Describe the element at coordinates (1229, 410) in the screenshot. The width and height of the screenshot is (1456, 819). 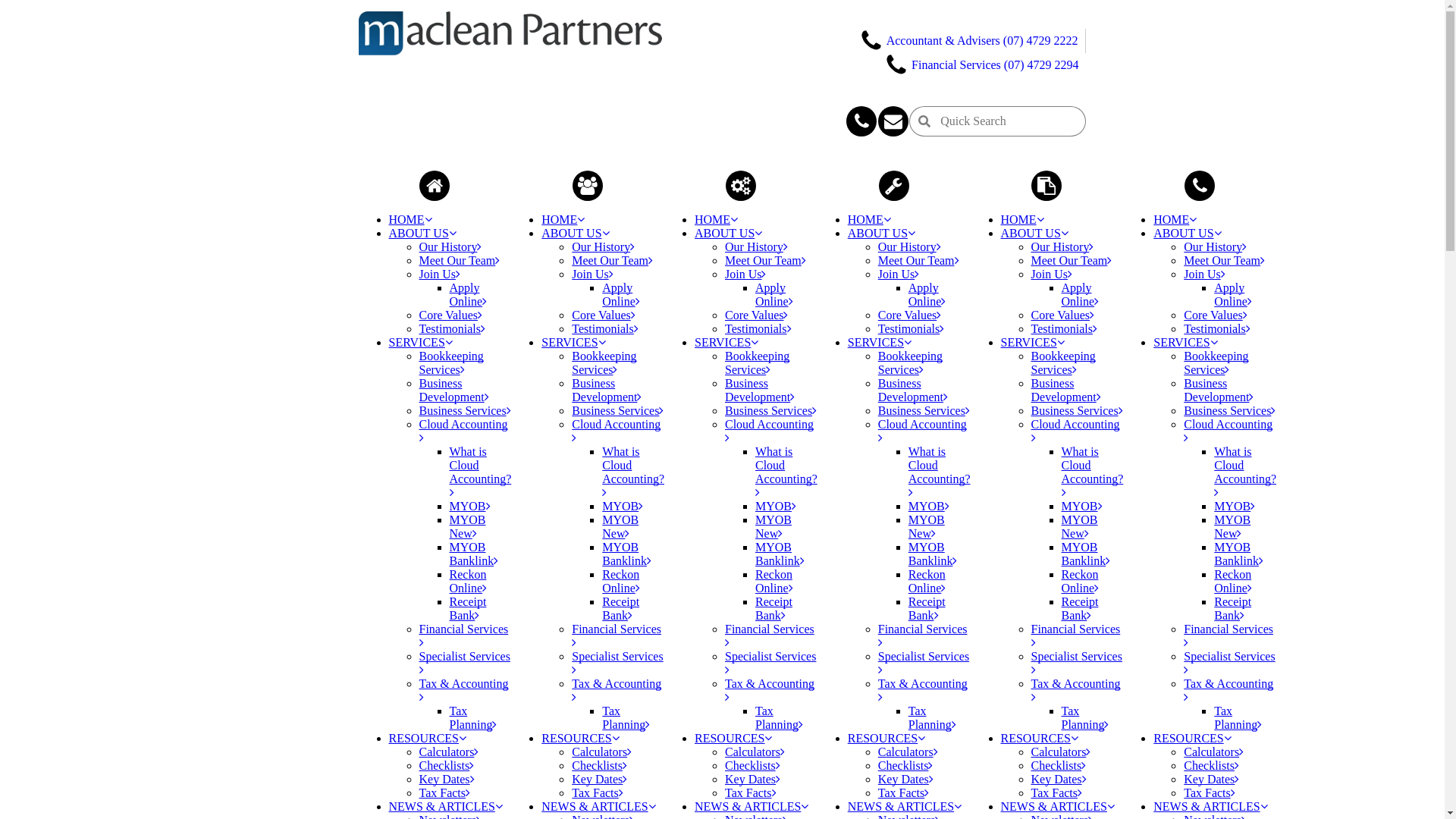
I see `'Business Services'` at that location.